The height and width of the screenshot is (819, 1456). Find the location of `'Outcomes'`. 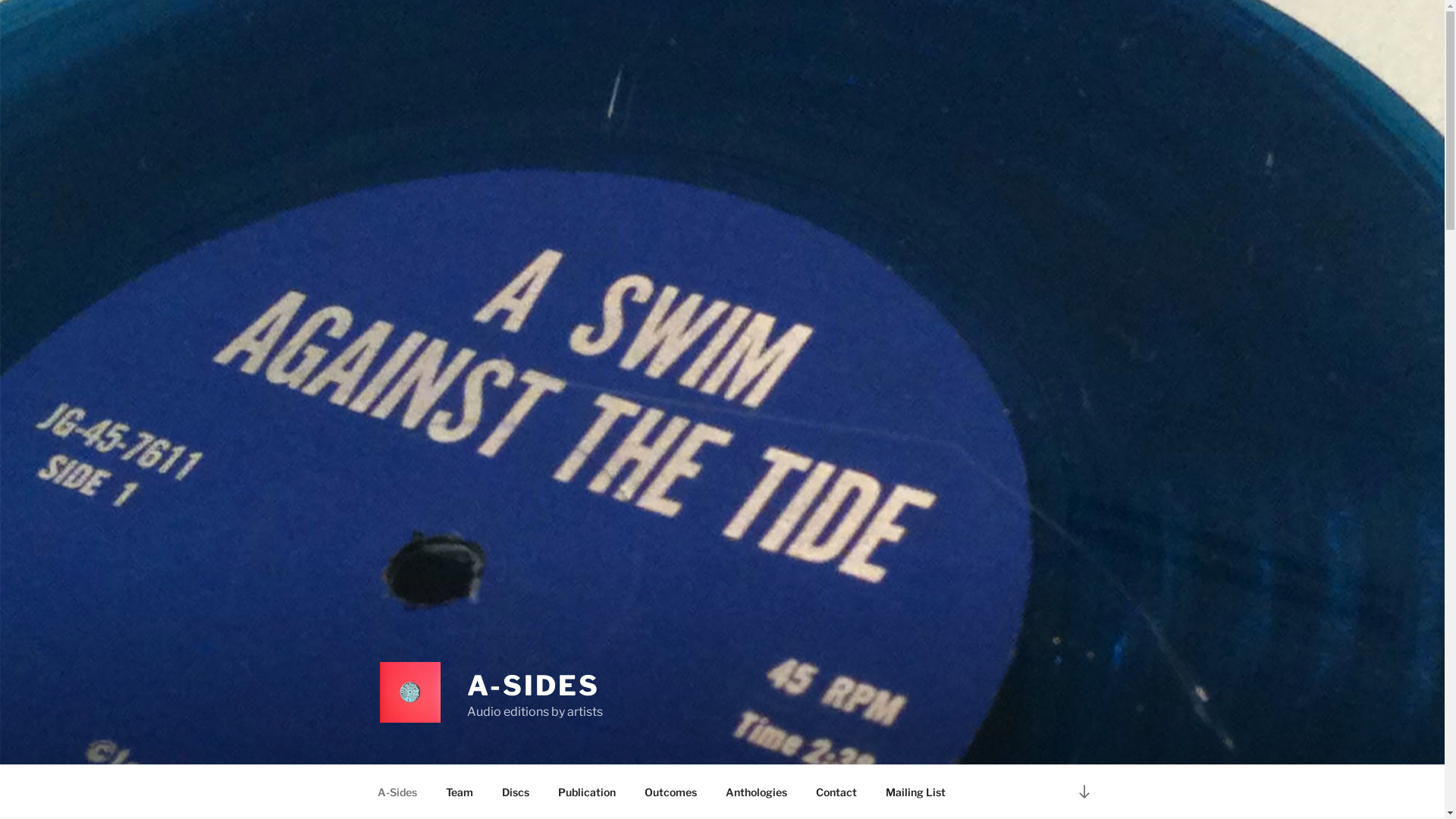

'Outcomes' is located at coordinates (669, 791).